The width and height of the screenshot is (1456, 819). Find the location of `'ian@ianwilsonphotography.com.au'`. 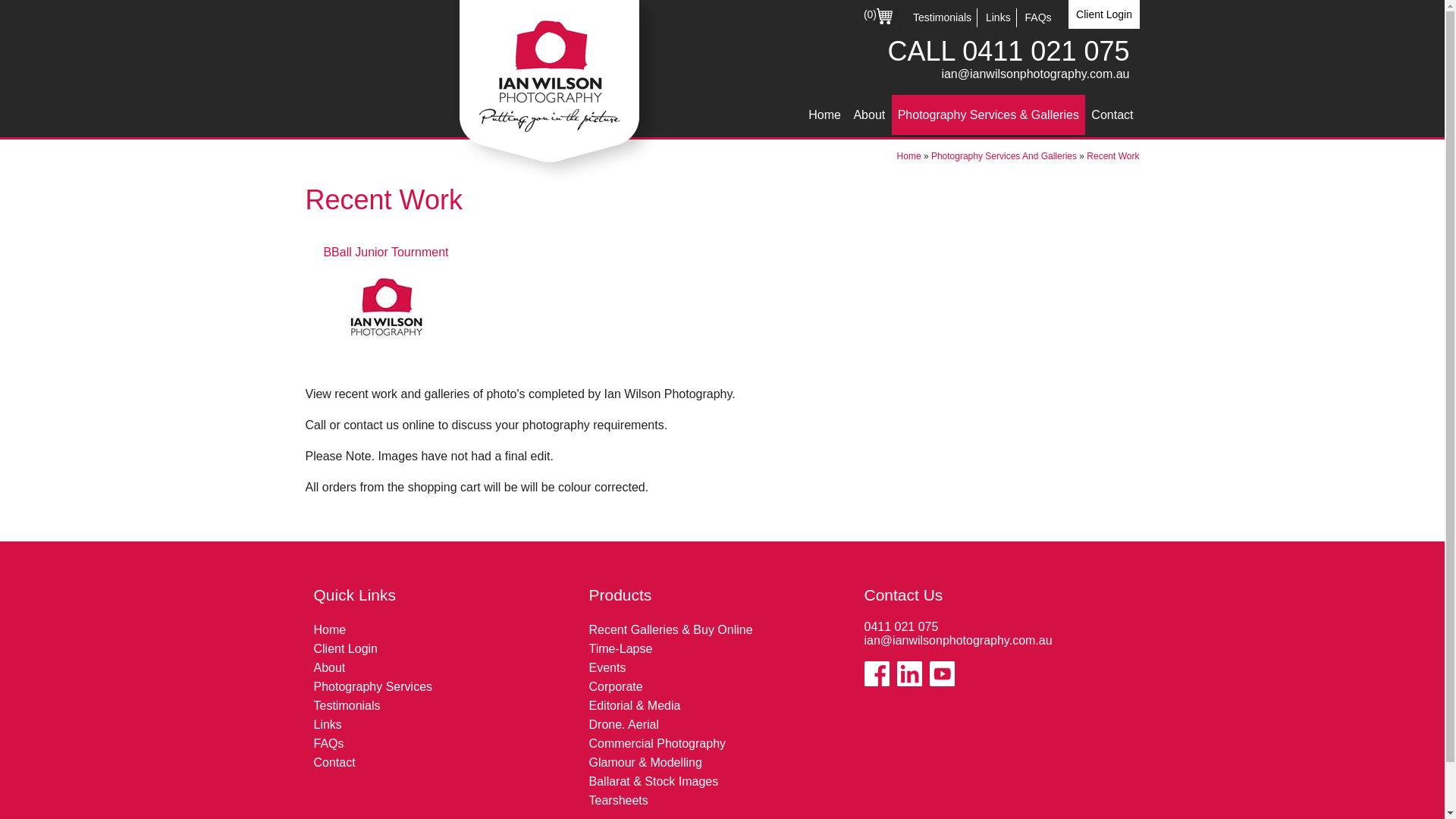

'ian@ianwilsonphotography.com.au' is located at coordinates (1034, 74).